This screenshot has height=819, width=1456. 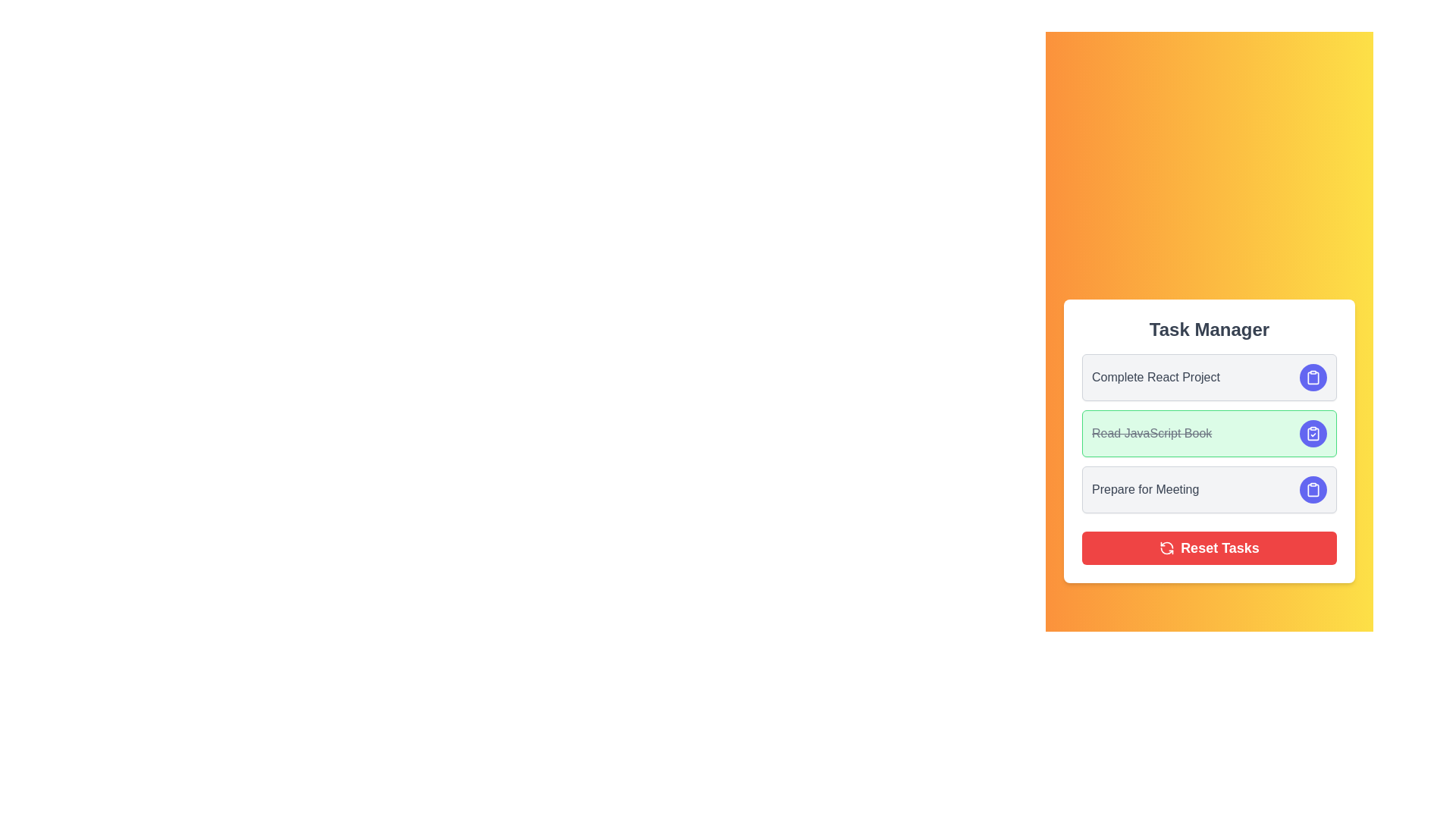 I want to click on the text label representing the task item 'Complete React Project' located in the 'Task Manager' section, positioned to the left of the corresponding icon button in the first task row, so click(x=1155, y=376).